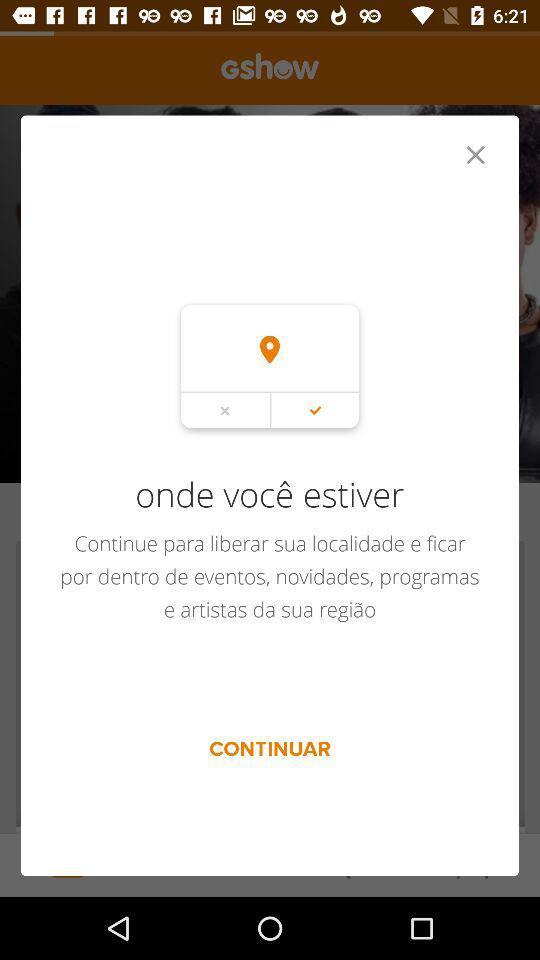 The height and width of the screenshot is (960, 540). What do you see at coordinates (270, 748) in the screenshot?
I see `the continuar` at bounding box center [270, 748].